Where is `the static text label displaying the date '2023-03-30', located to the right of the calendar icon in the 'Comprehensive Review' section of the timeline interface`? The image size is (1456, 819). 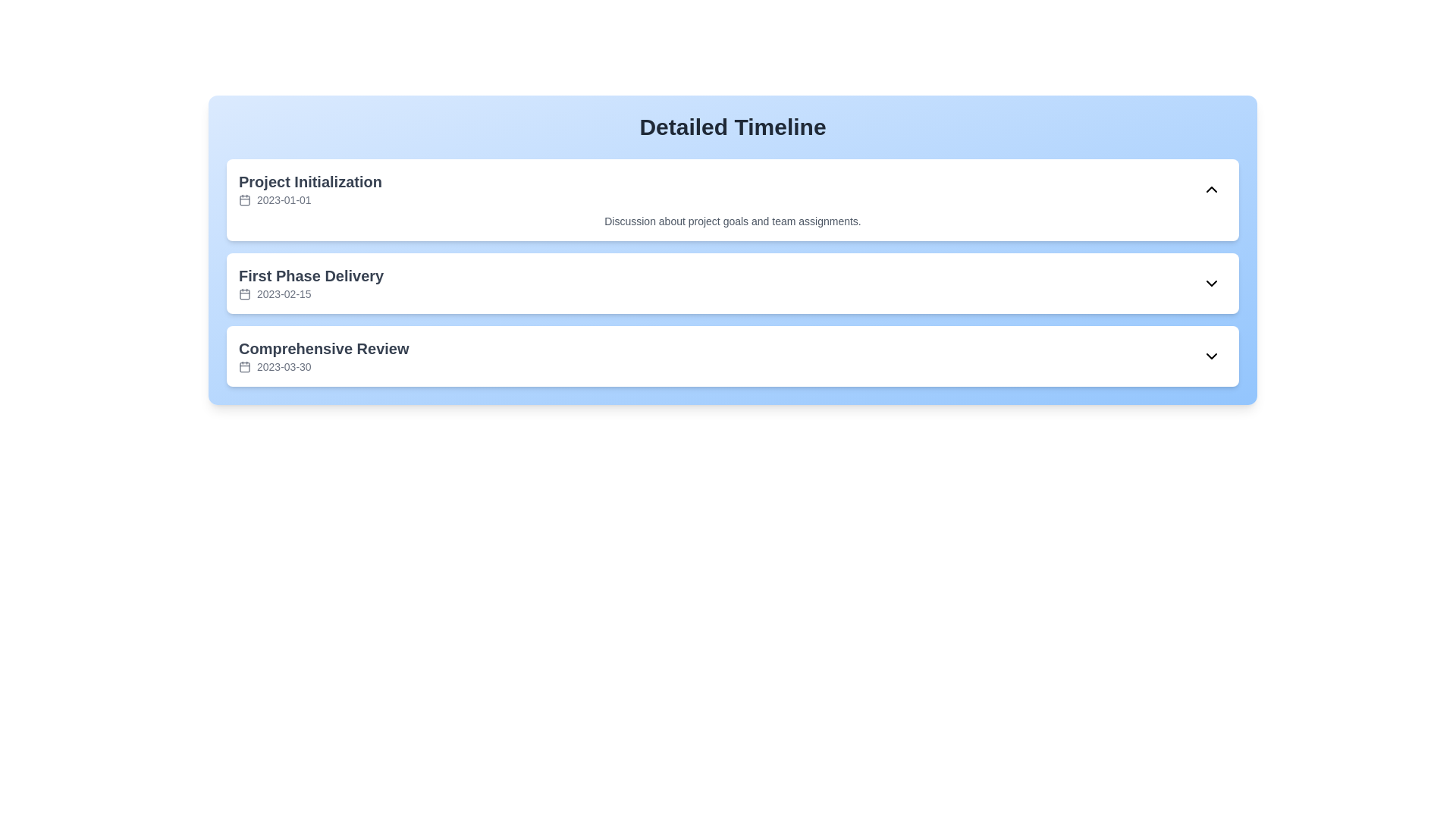 the static text label displaying the date '2023-03-30', located to the right of the calendar icon in the 'Comprehensive Review' section of the timeline interface is located at coordinates (284, 366).